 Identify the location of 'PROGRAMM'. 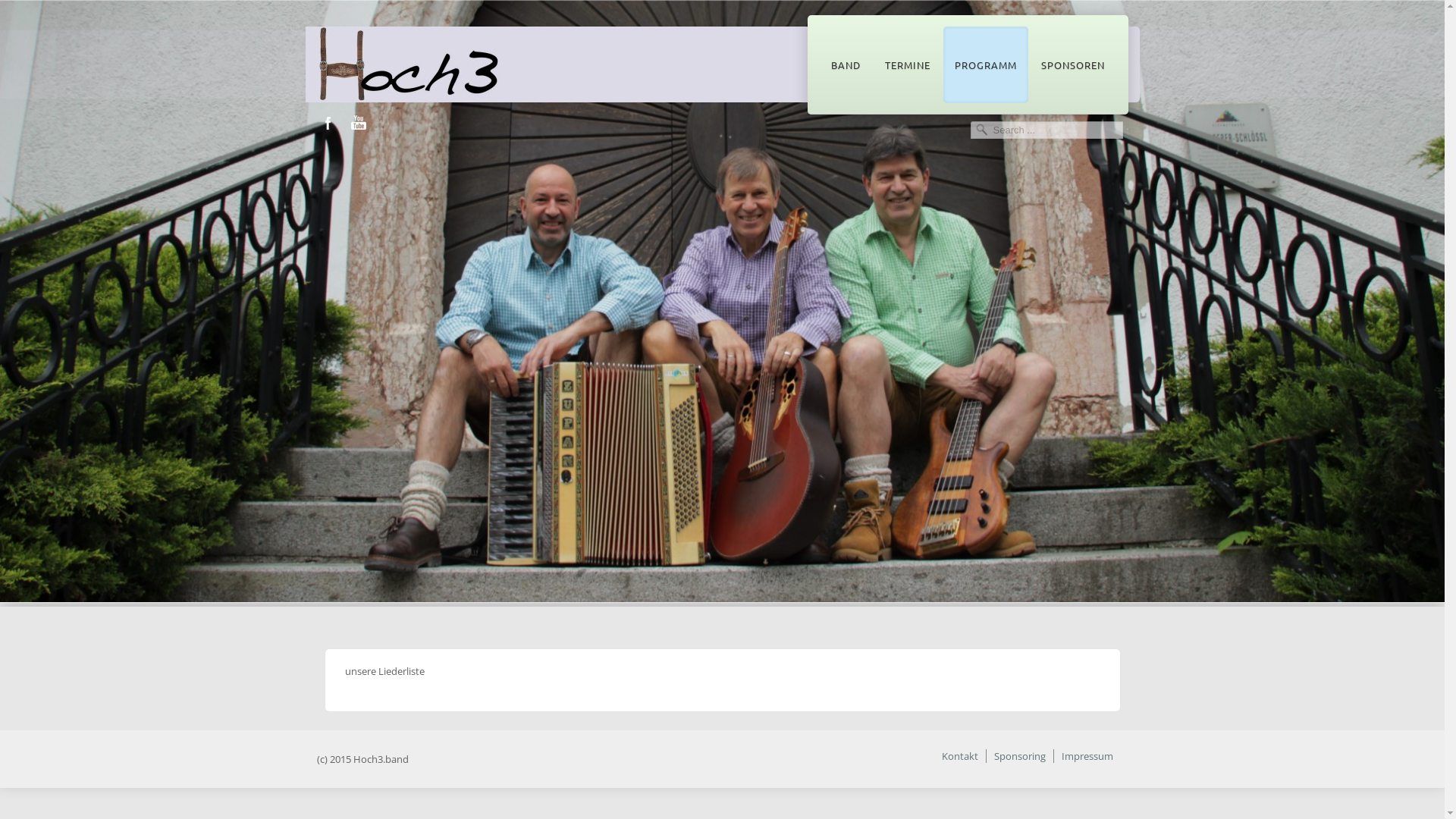
(986, 64).